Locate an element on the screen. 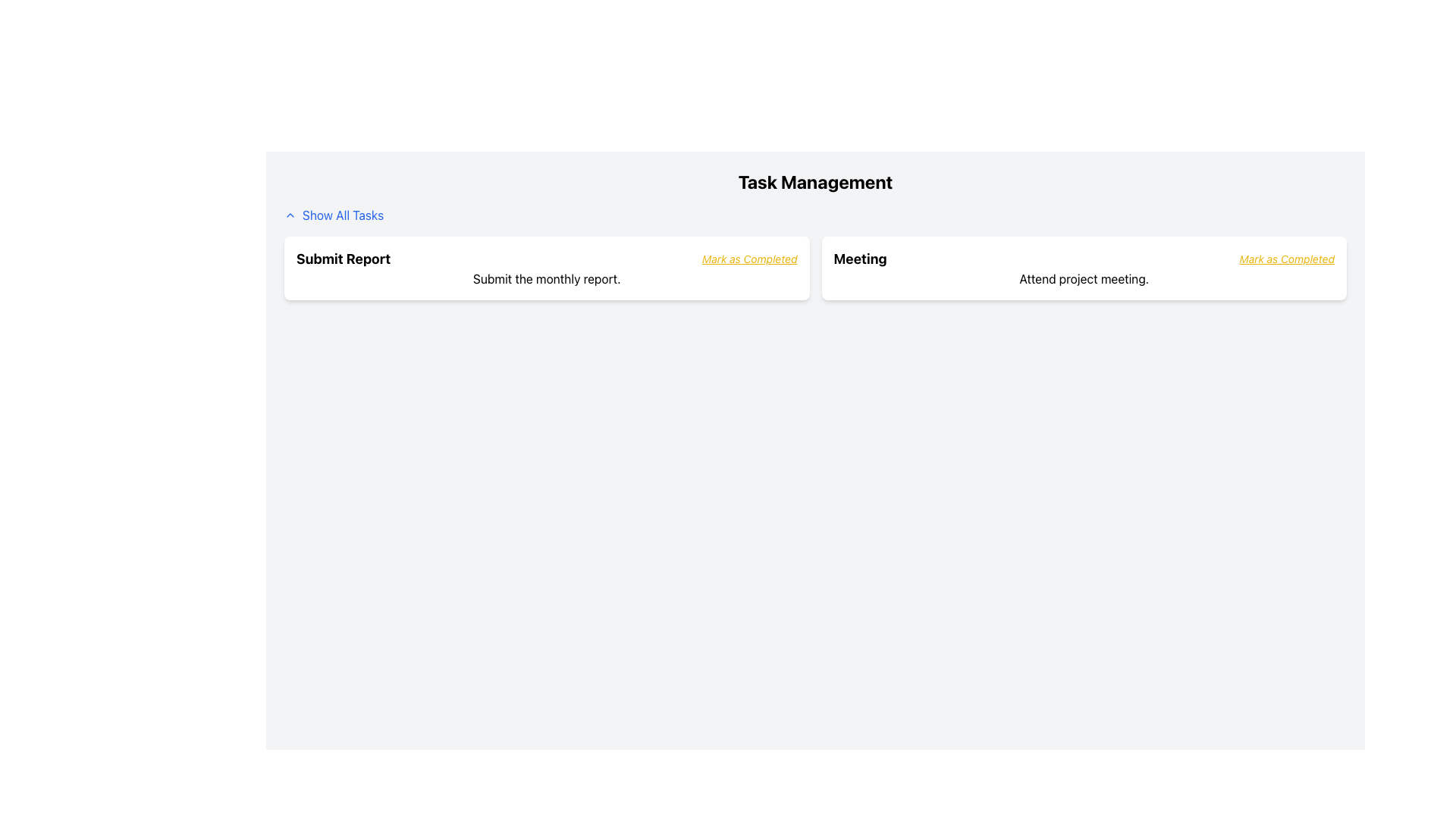 The image size is (1456, 819). the textual link styled in italicized, underlined yellow font with the text 'Mark as Completed', located on the right side of the 'Meeting' text is located at coordinates (1286, 259).